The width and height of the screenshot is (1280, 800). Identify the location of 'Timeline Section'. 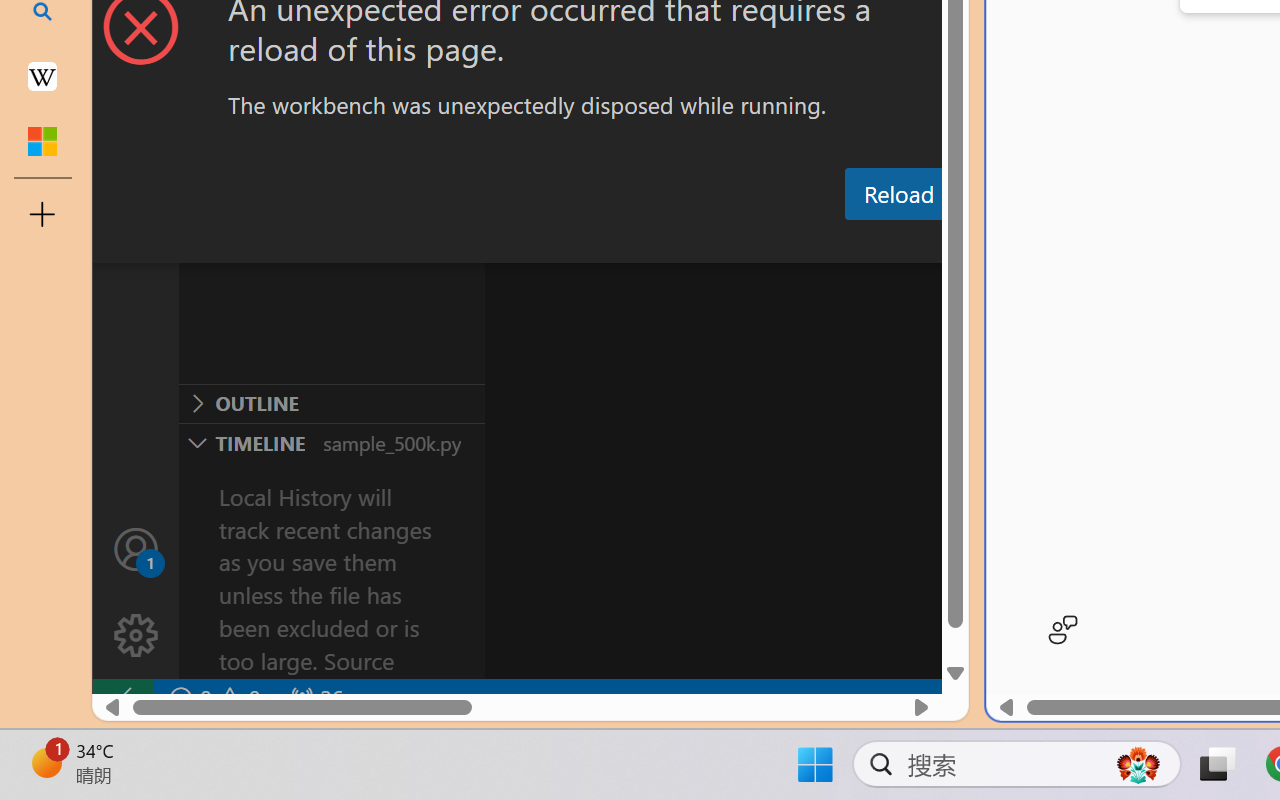
(331, 441).